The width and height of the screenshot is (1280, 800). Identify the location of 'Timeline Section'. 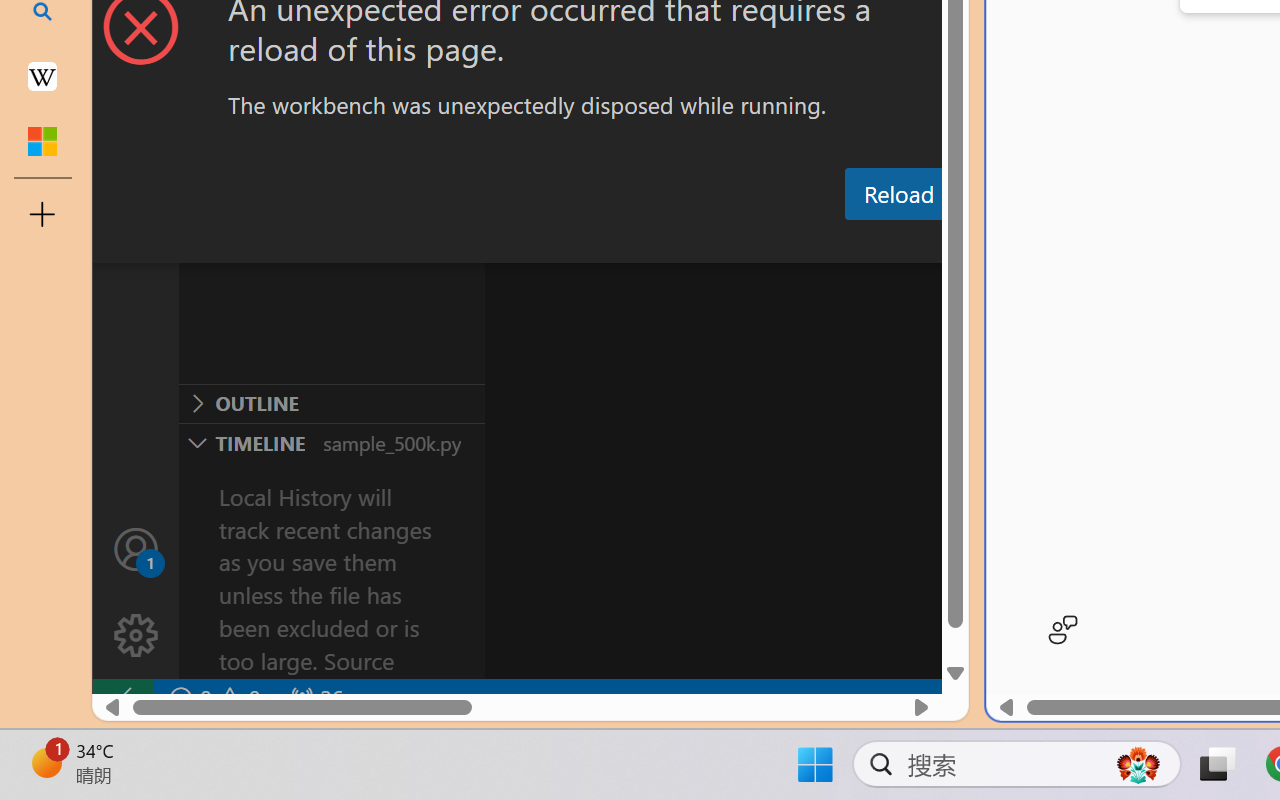
(331, 441).